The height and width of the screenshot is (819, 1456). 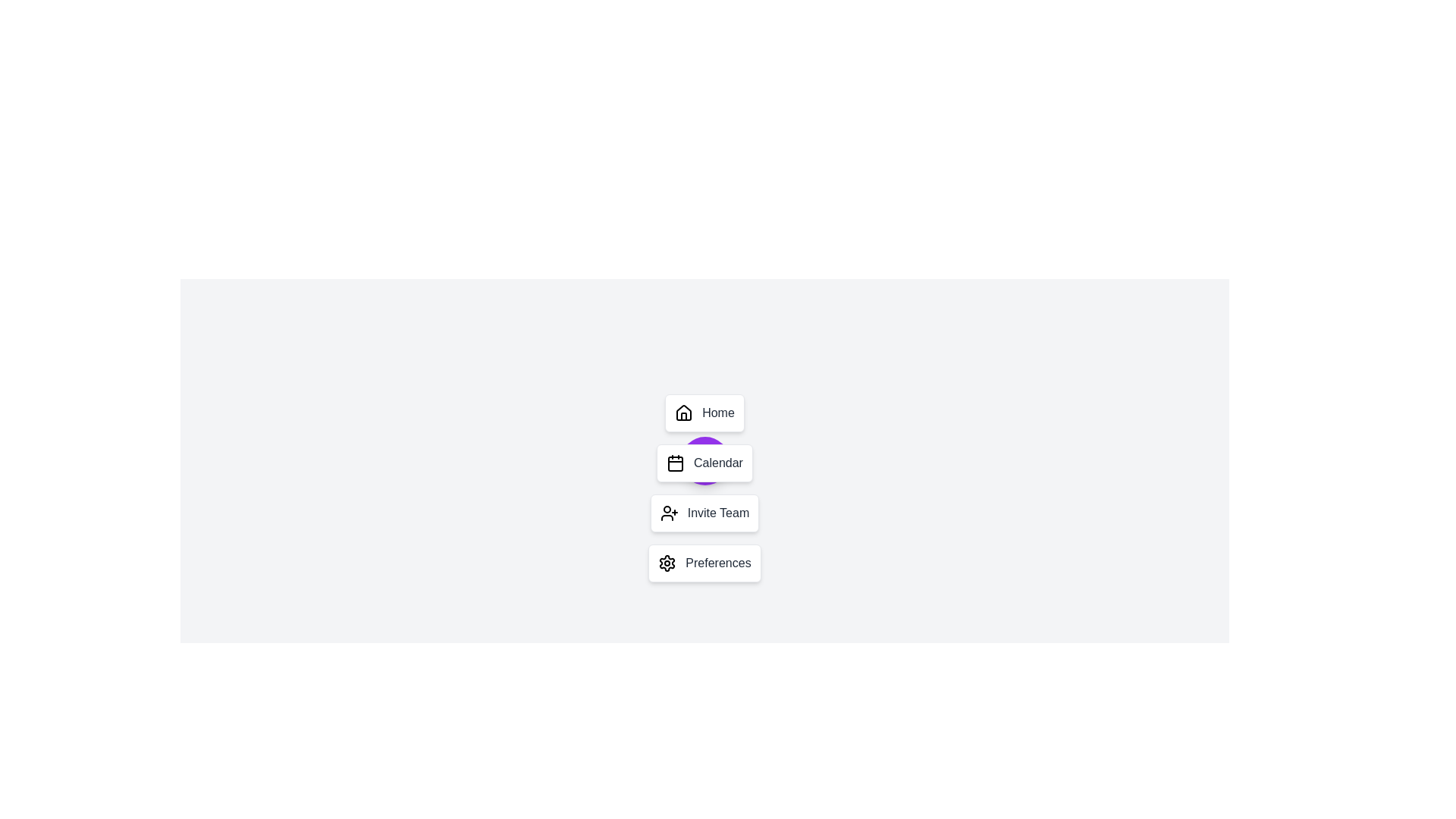 What do you see at coordinates (704, 460) in the screenshot?
I see `the navigation button located centrally within the interface, positioned between the 'Home' and 'Calendar' buttons, for accessibility navigation` at bounding box center [704, 460].